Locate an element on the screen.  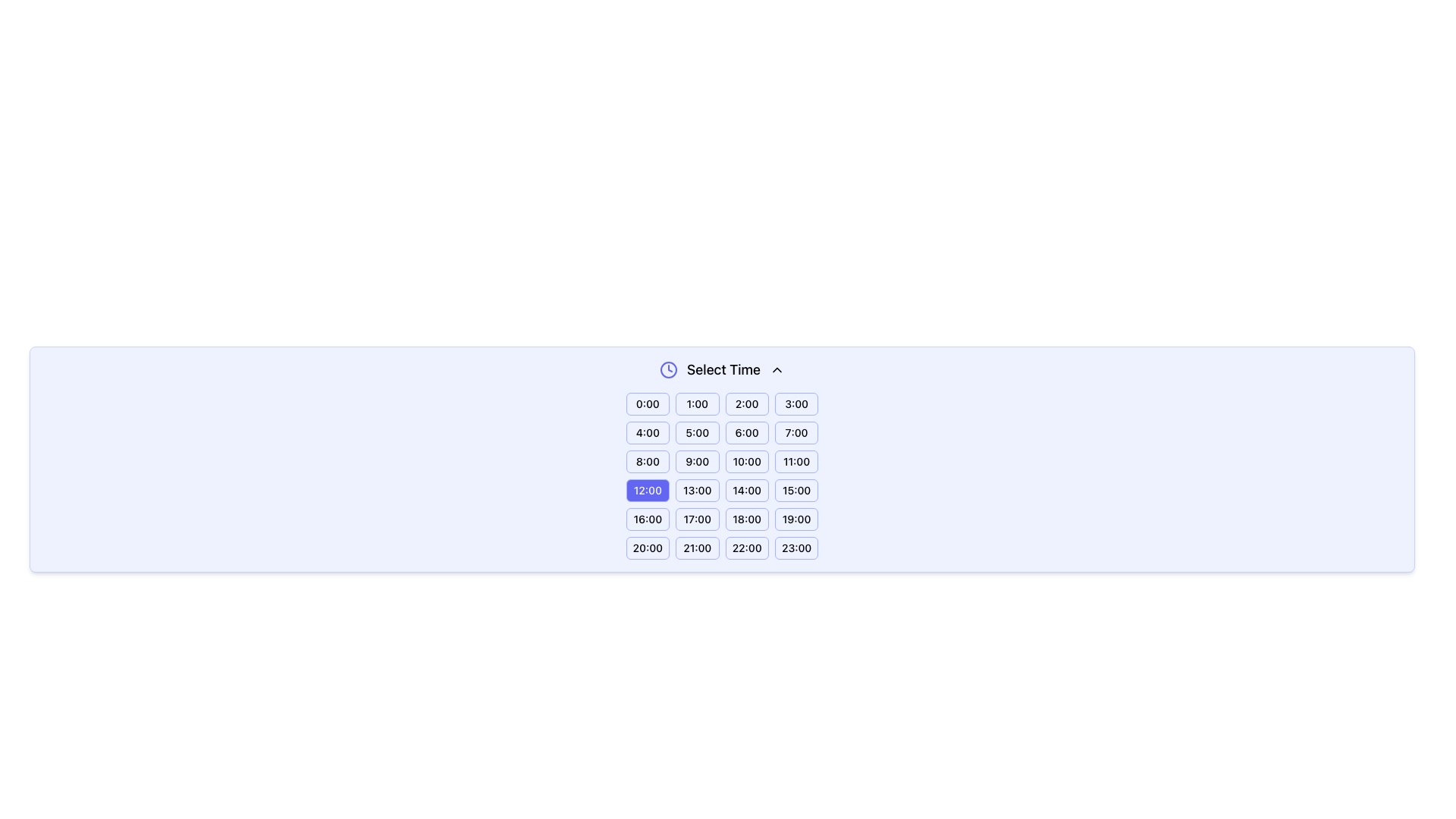
the rectangular button labeled '14:00' with a light blue background is located at coordinates (747, 491).